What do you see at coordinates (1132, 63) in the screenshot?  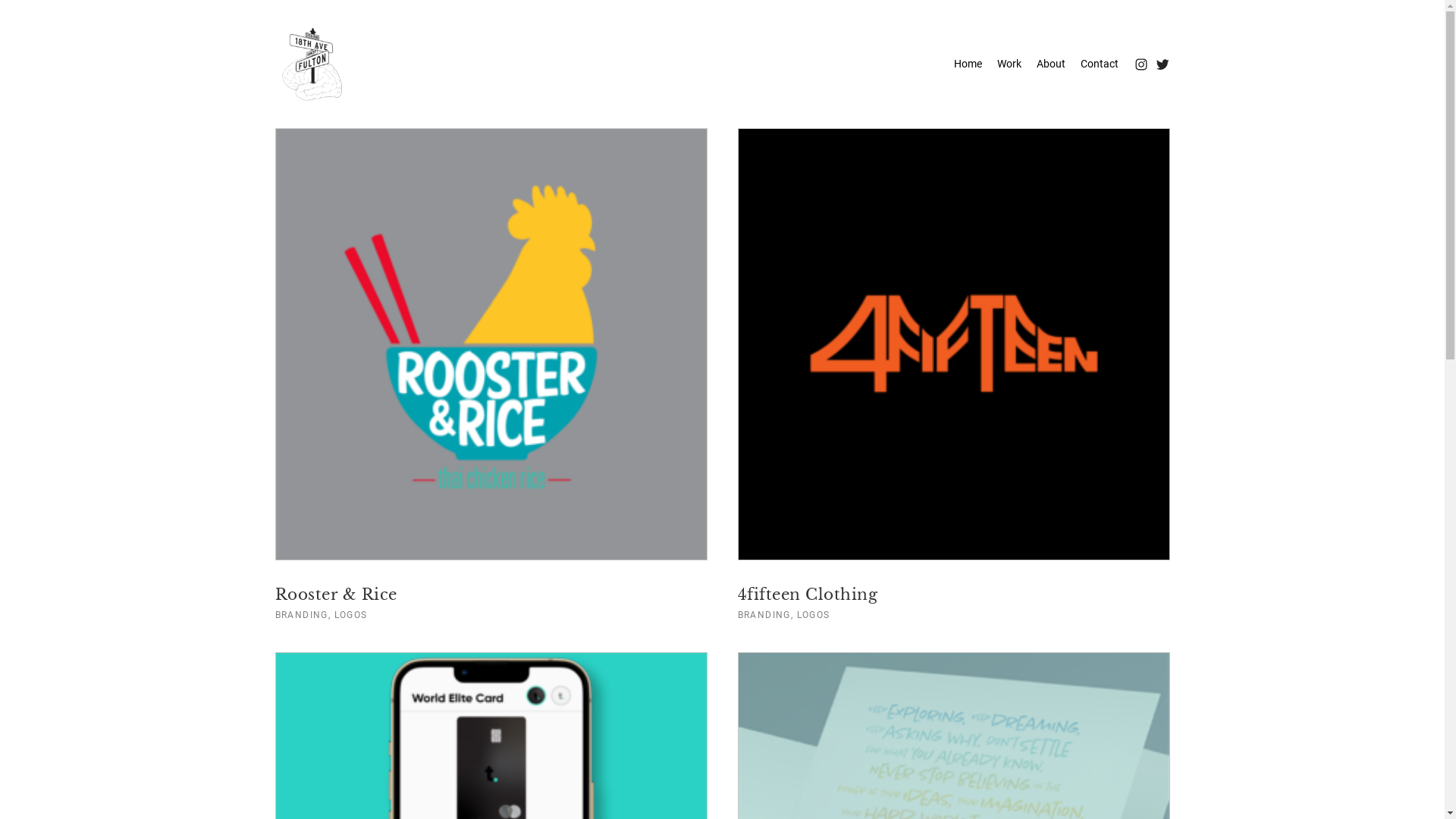 I see `'Instagram'` at bounding box center [1132, 63].